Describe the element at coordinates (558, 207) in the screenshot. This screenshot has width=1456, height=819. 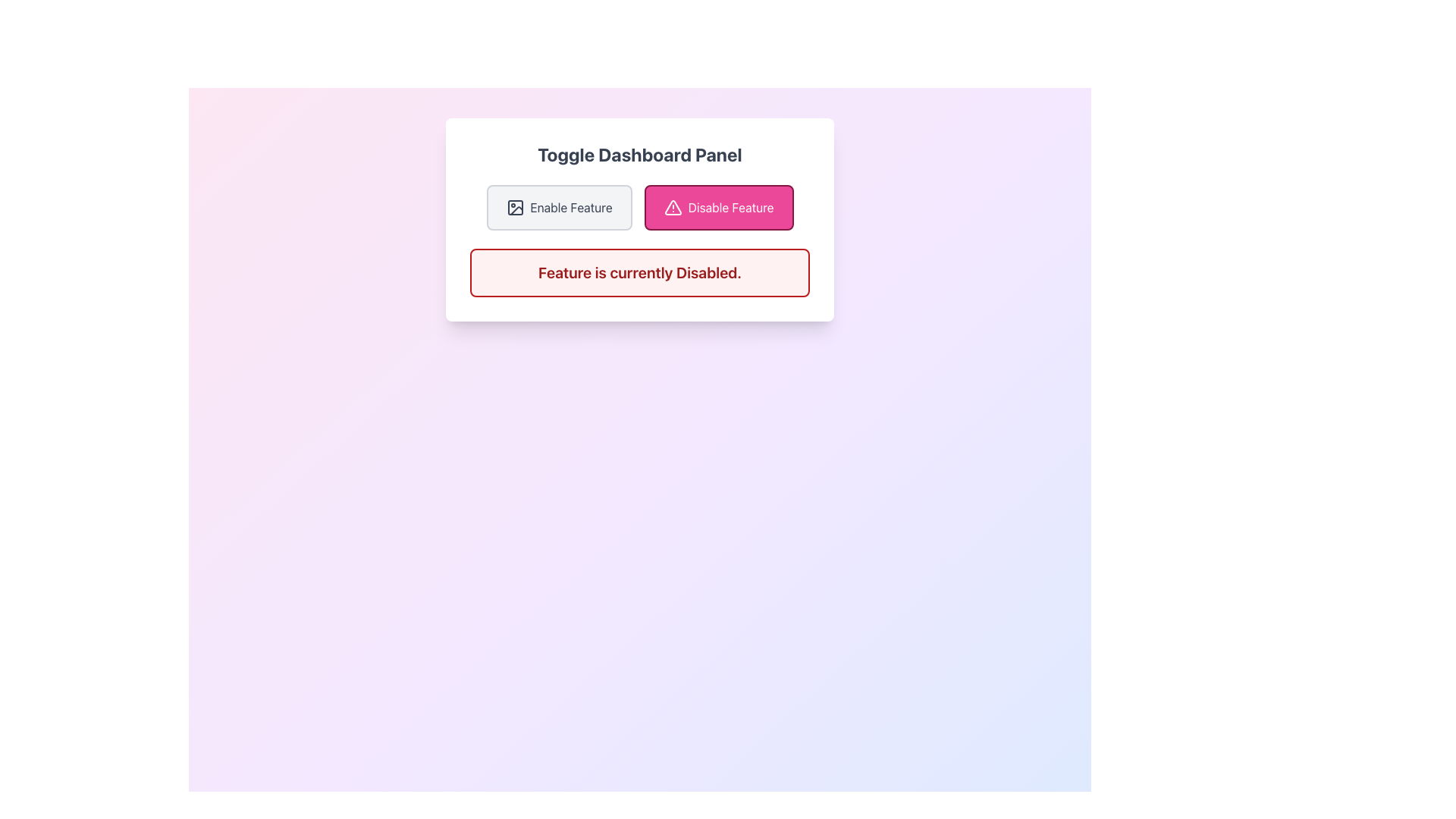
I see `the 'Enable Feature' button located to the left of the 'Disable Feature' button in the group of buttons near the top of the 'Toggle Dashboard Panel'` at that location.